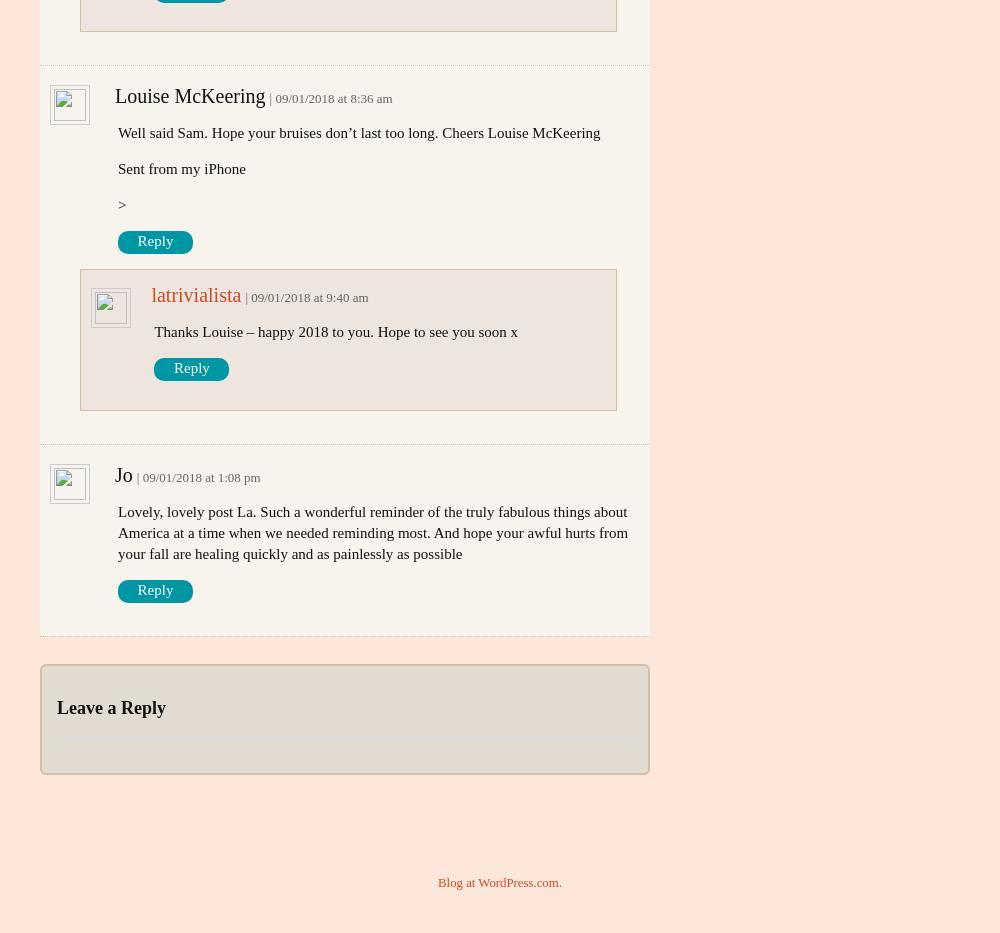 The image size is (1000, 933). What do you see at coordinates (154, 330) in the screenshot?
I see `'Thanks Louise – happy 2018 to you. Hope to see you soon x'` at bounding box center [154, 330].